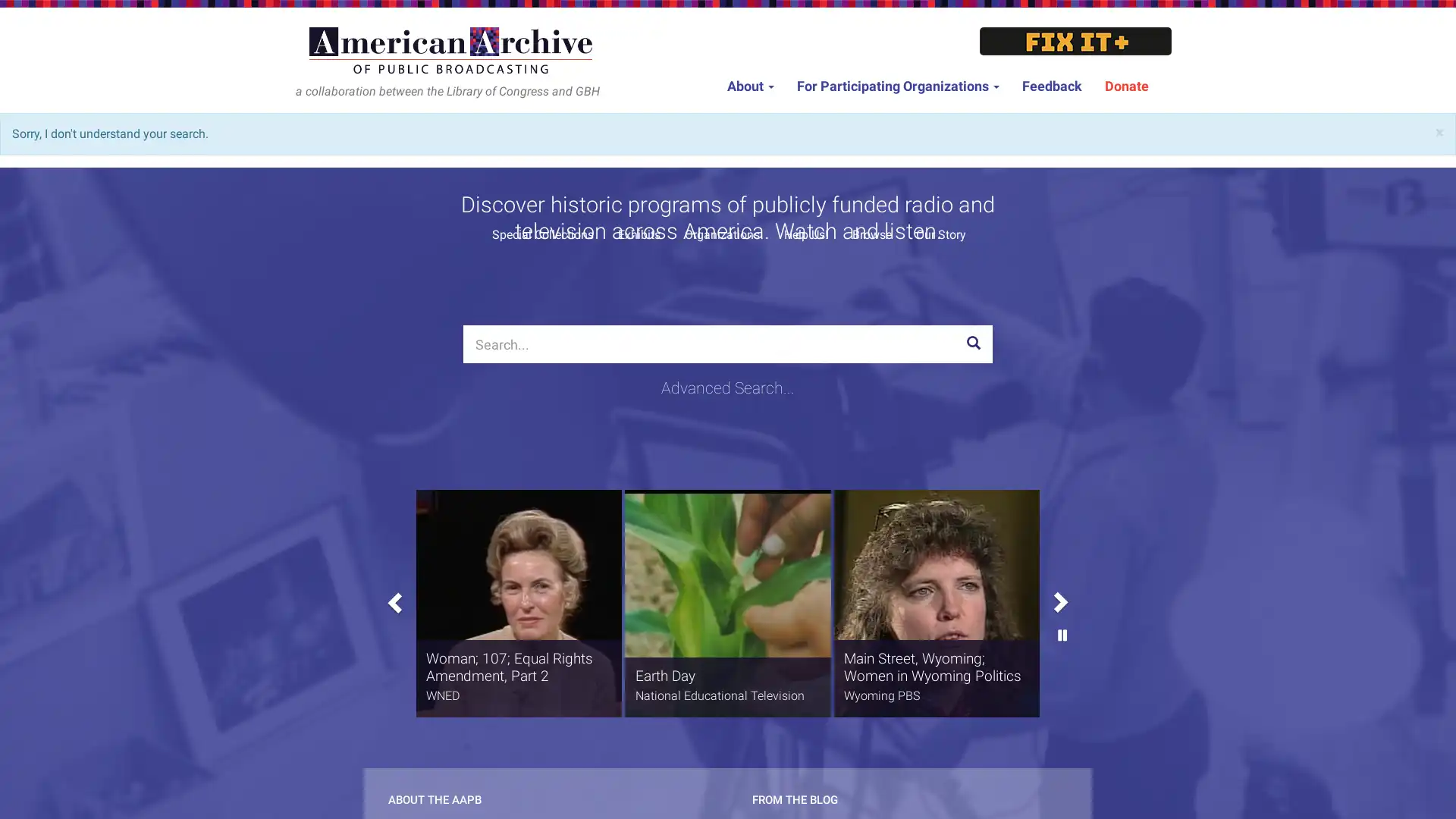  What do you see at coordinates (898, 86) in the screenshot?
I see `For Participating Organizations` at bounding box center [898, 86].